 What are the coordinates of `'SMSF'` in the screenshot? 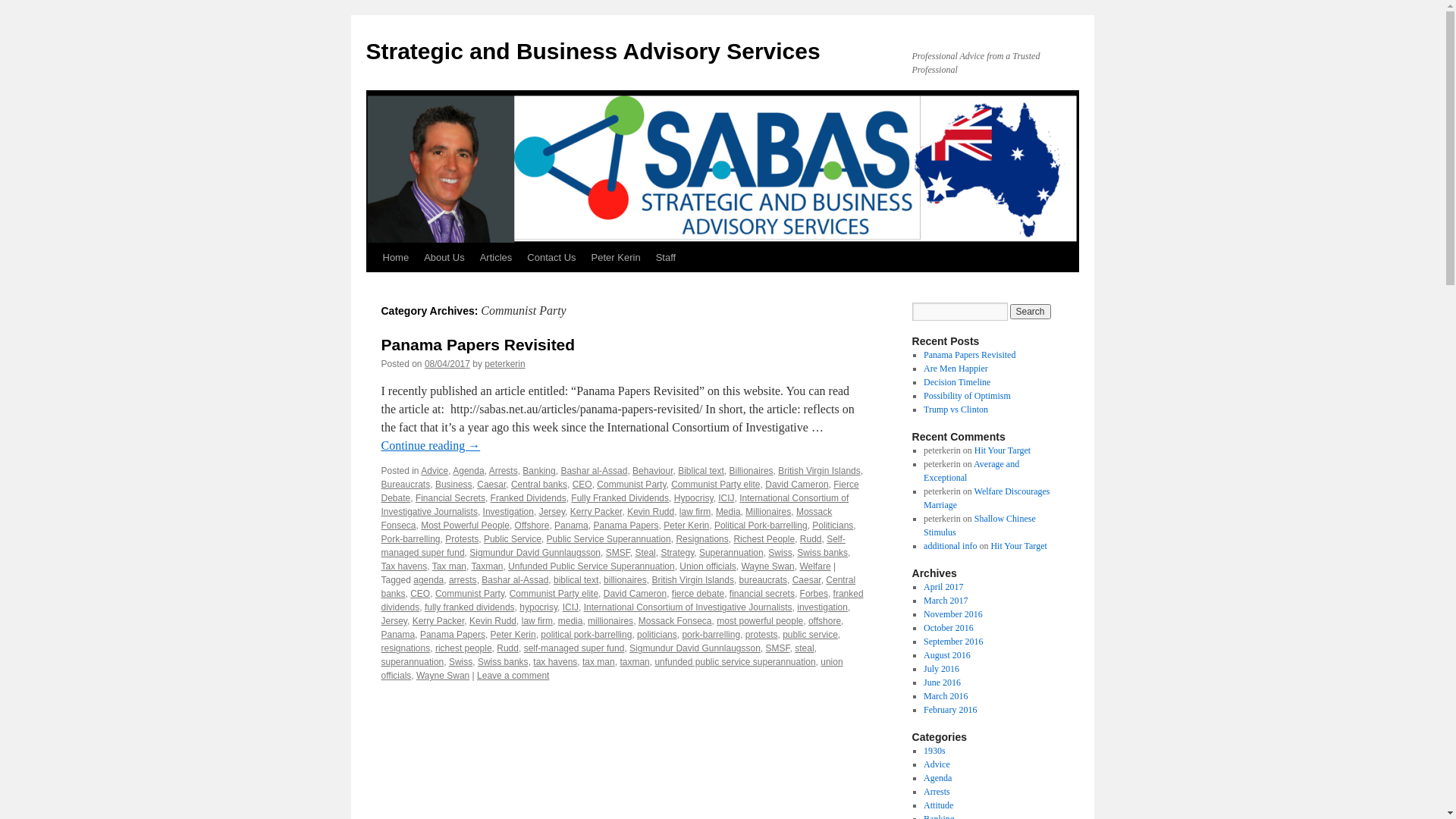 It's located at (778, 648).